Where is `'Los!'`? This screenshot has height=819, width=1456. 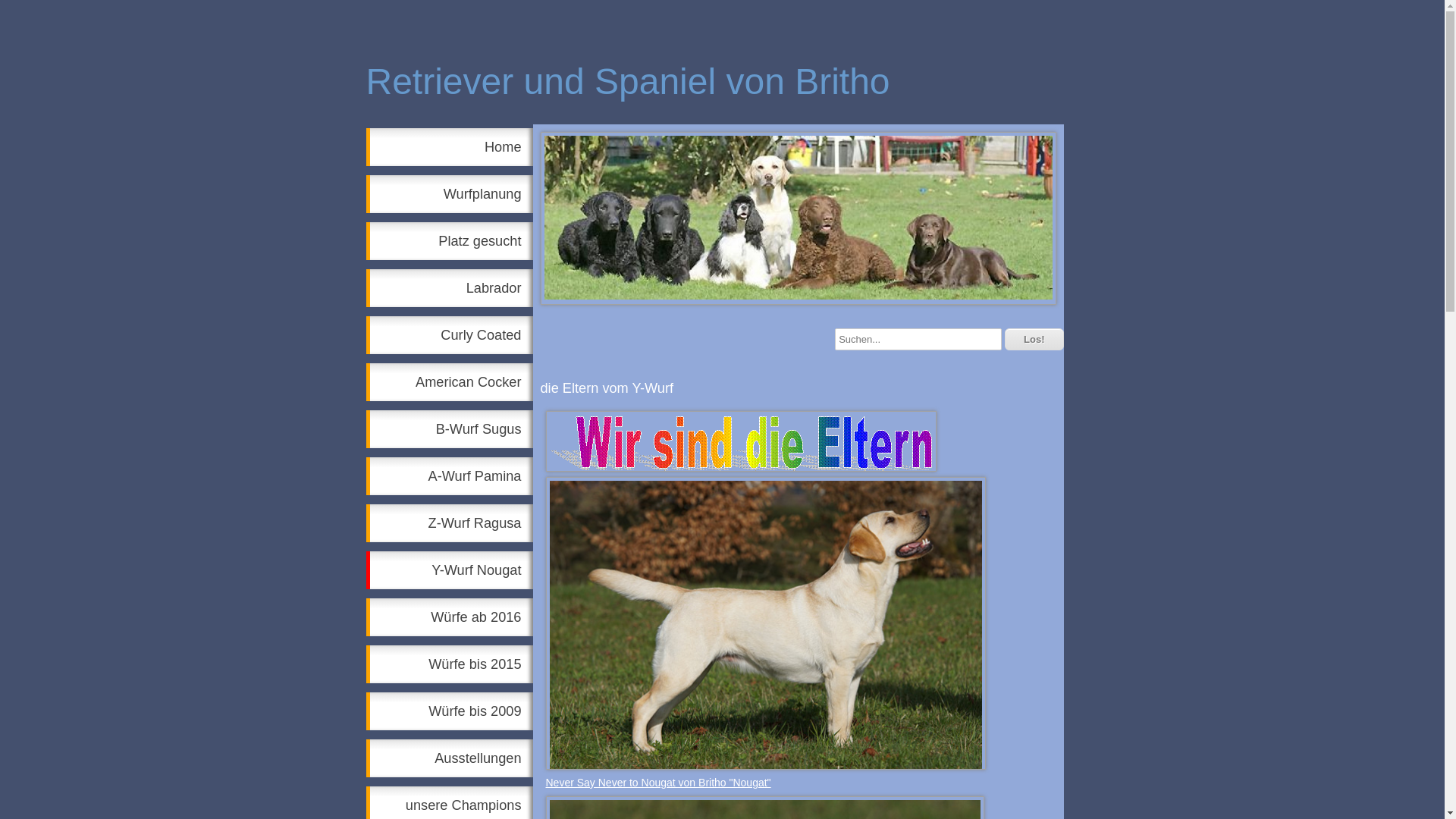
'Los!' is located at coordinates (1004, 338).